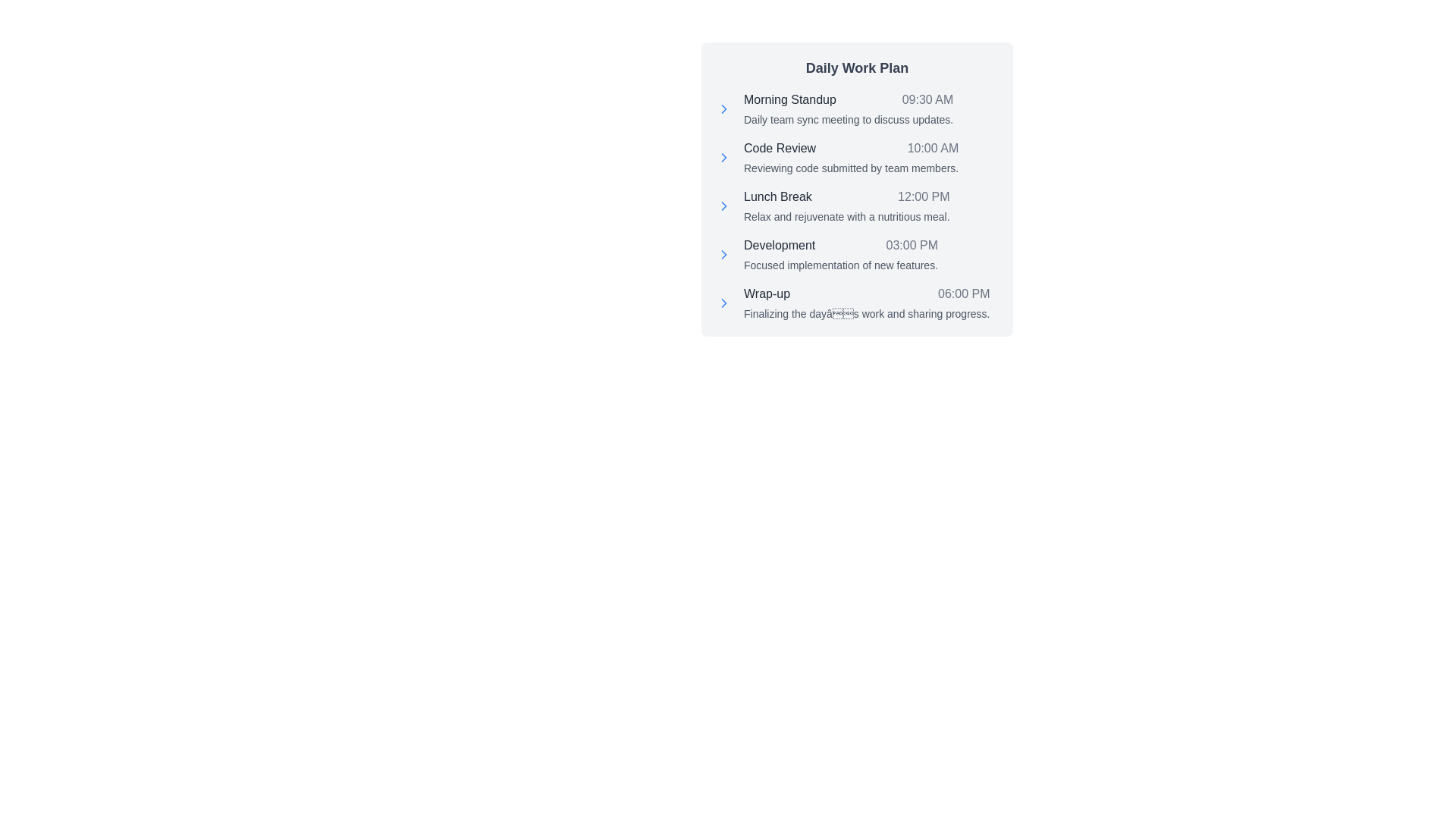 This screenshot has height=819, width=1456. I want to click on the SVG Icon next to the 'Lunch Break' label, so click(723, 206).